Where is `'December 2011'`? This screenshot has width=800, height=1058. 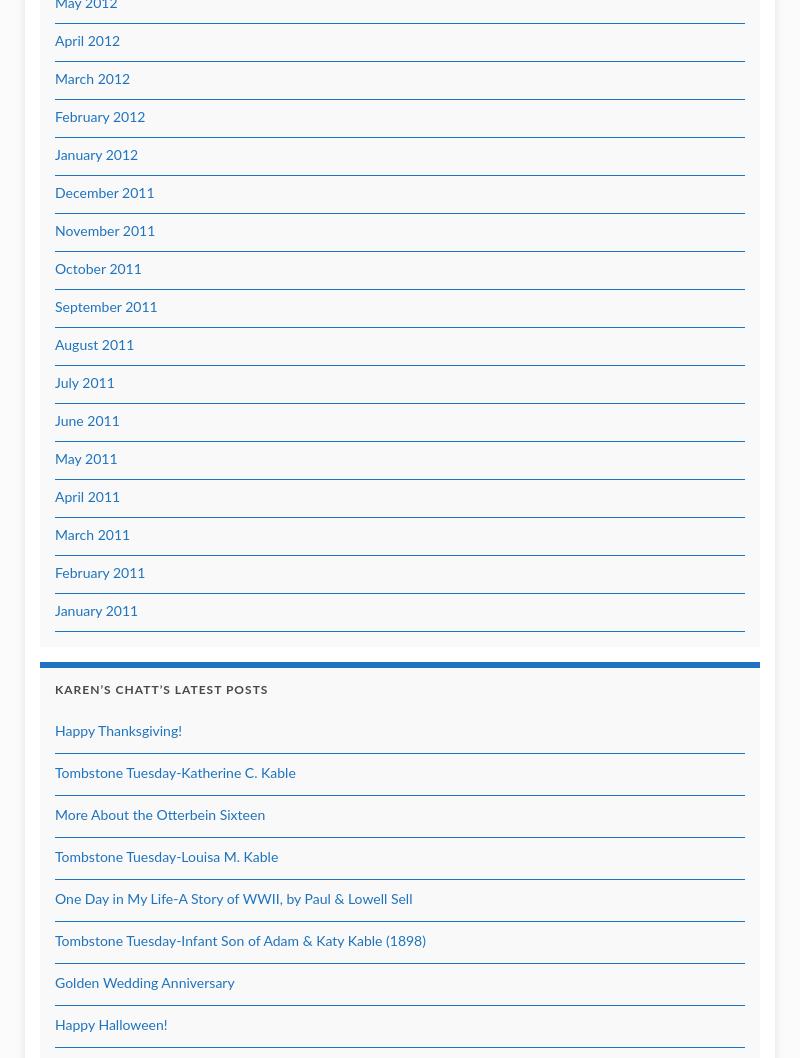
'December 2011' is located at coordinates (103, 194).